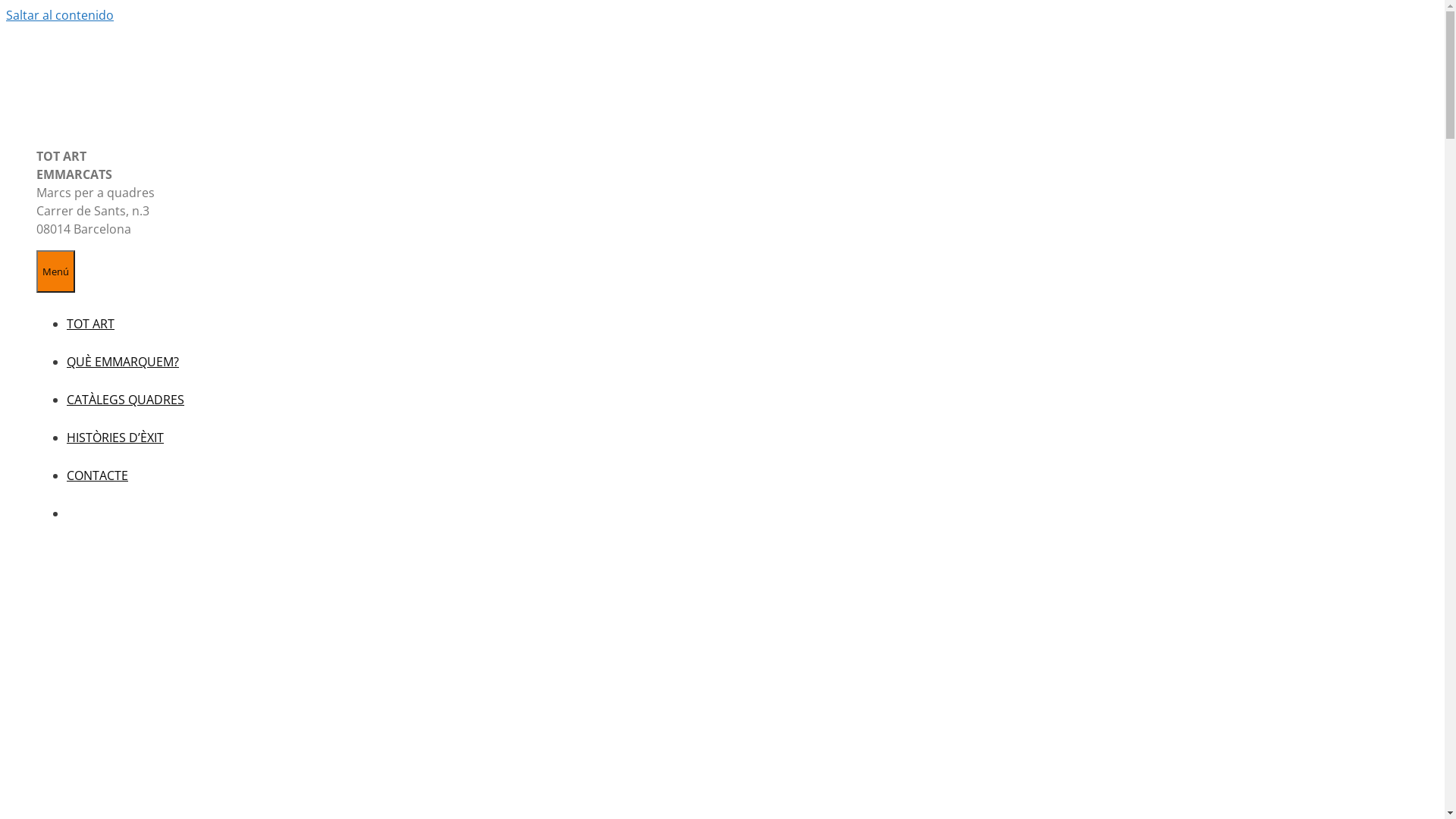 Image resolution: width=1456 pixels, height=819 pixels. Describe the element at coordinates (65, 323) in the screenshot. I see `'TOT ART'` at that location.